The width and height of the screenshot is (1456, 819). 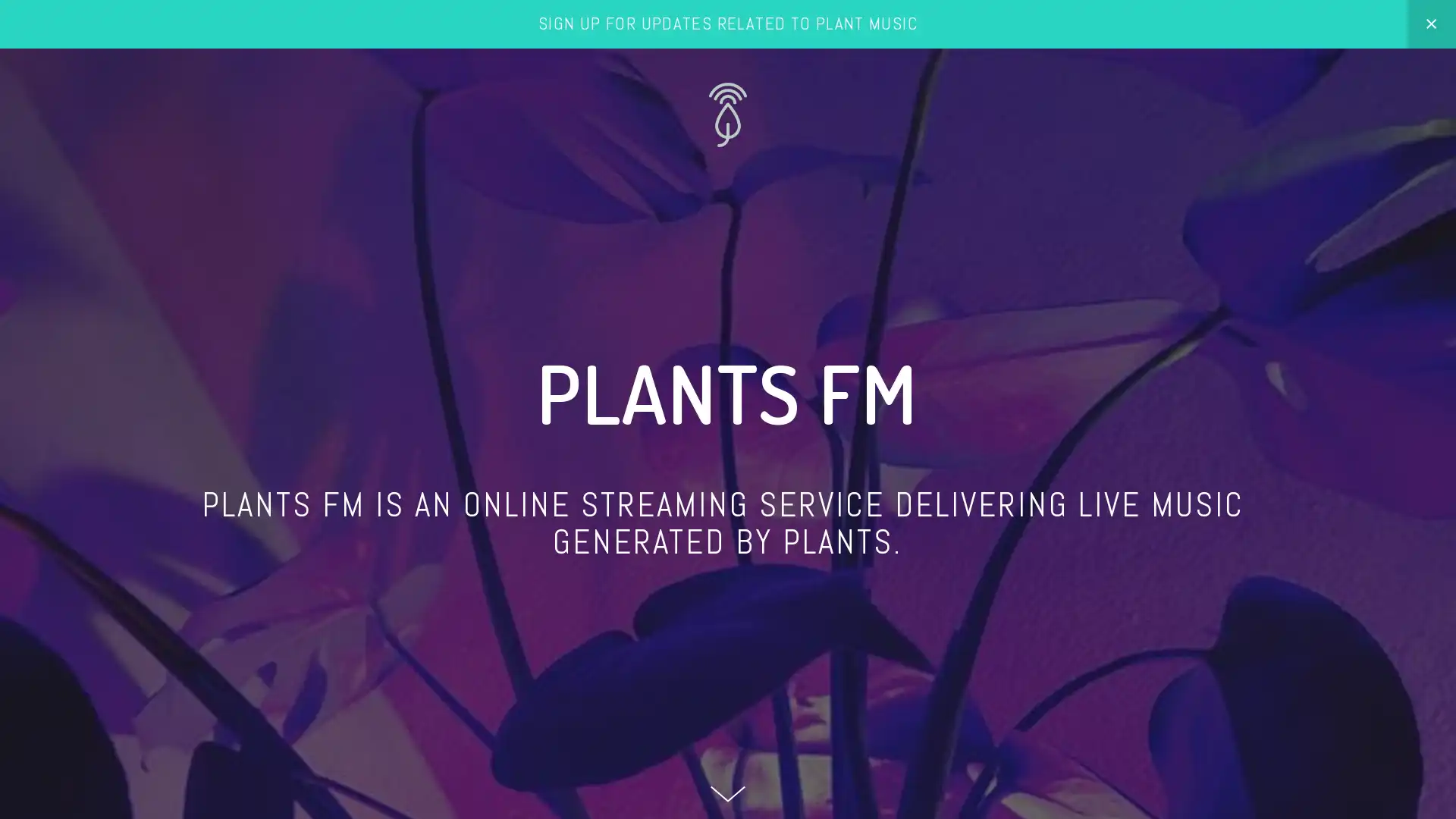 I want to click on Close, so click(x=1379, y=468).